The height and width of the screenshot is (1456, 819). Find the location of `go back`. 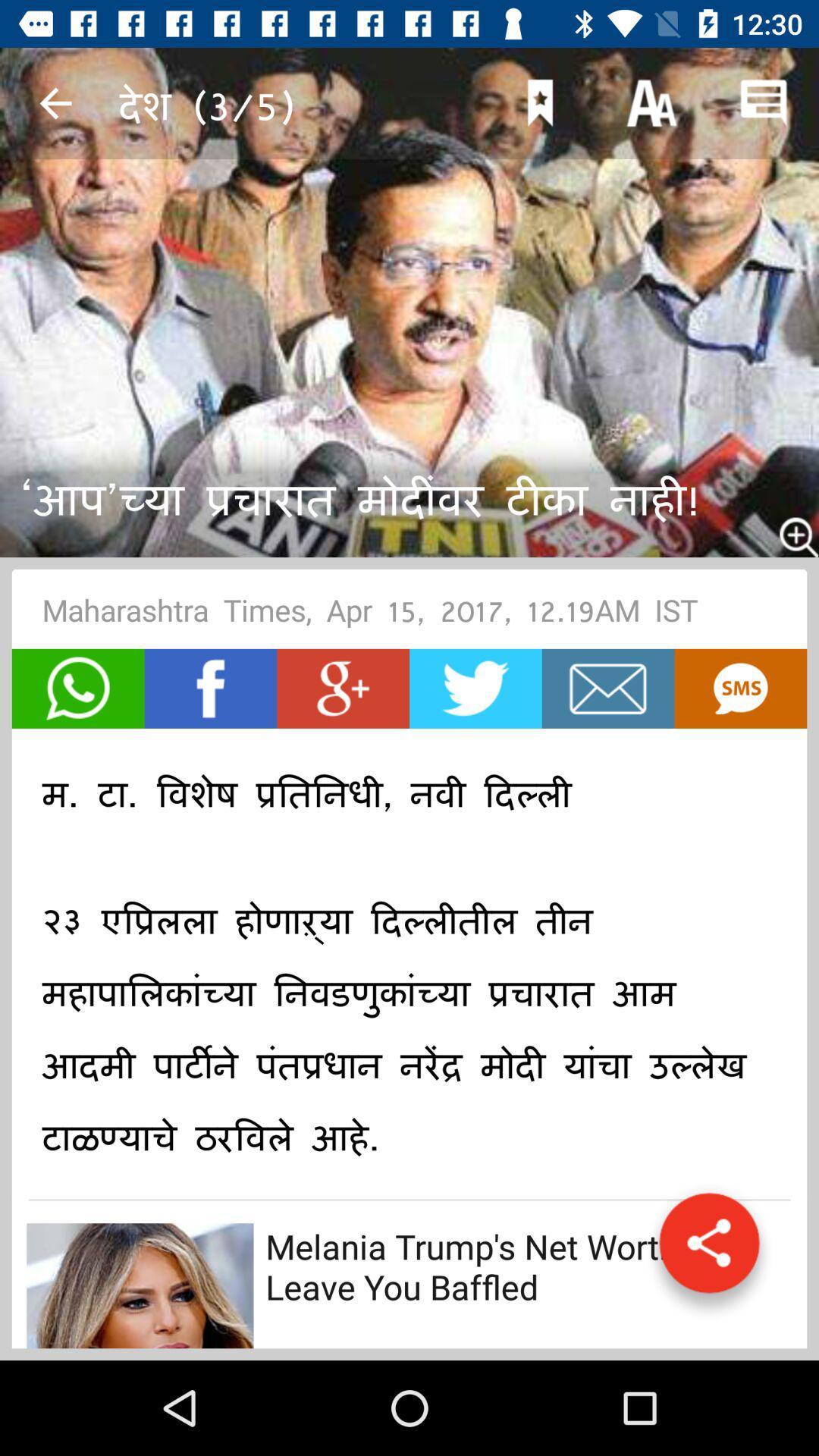

go back is located at coordinates (55, 102).